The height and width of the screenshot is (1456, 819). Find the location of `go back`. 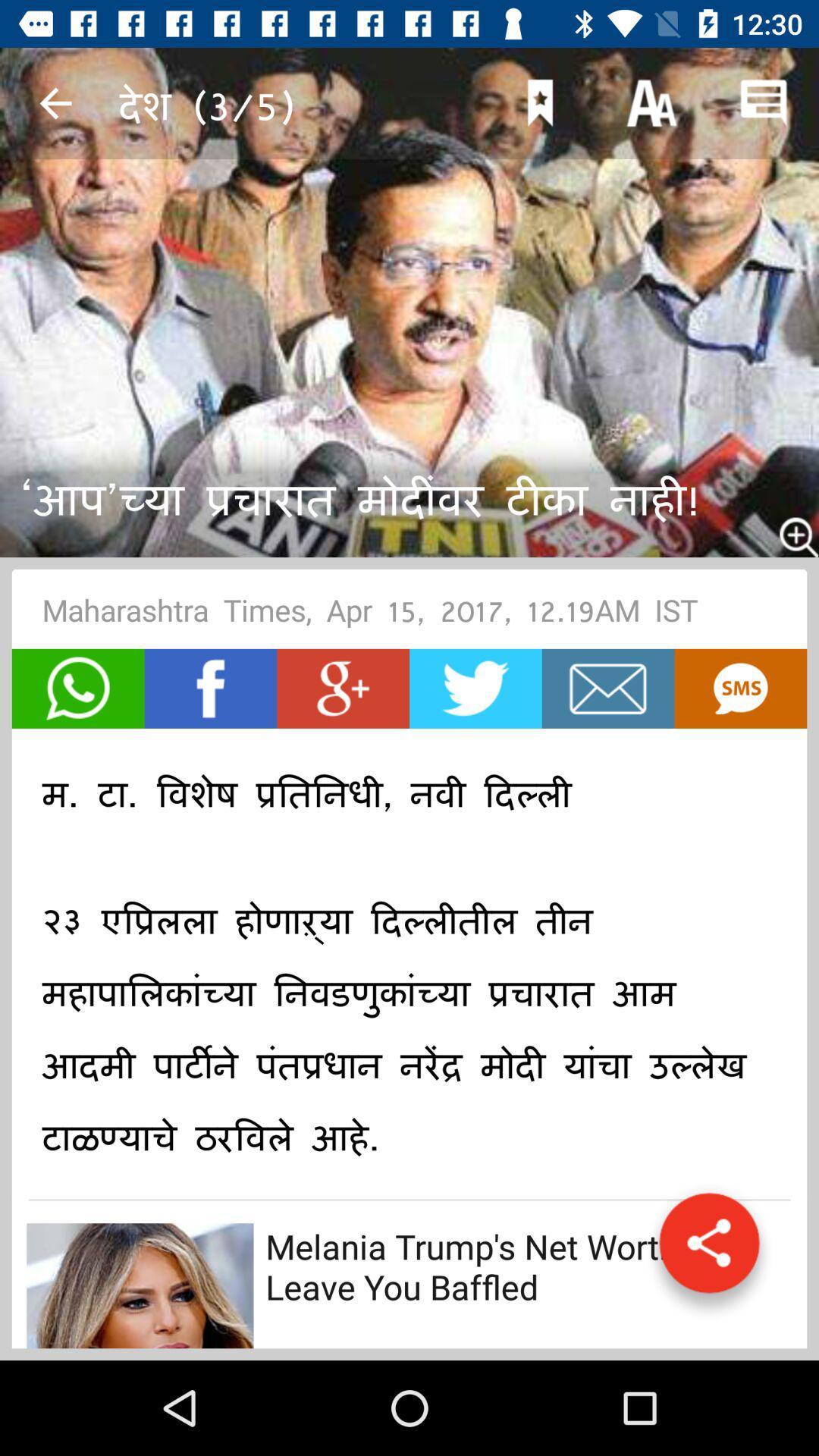

go back is located at coordinates (55, 102).